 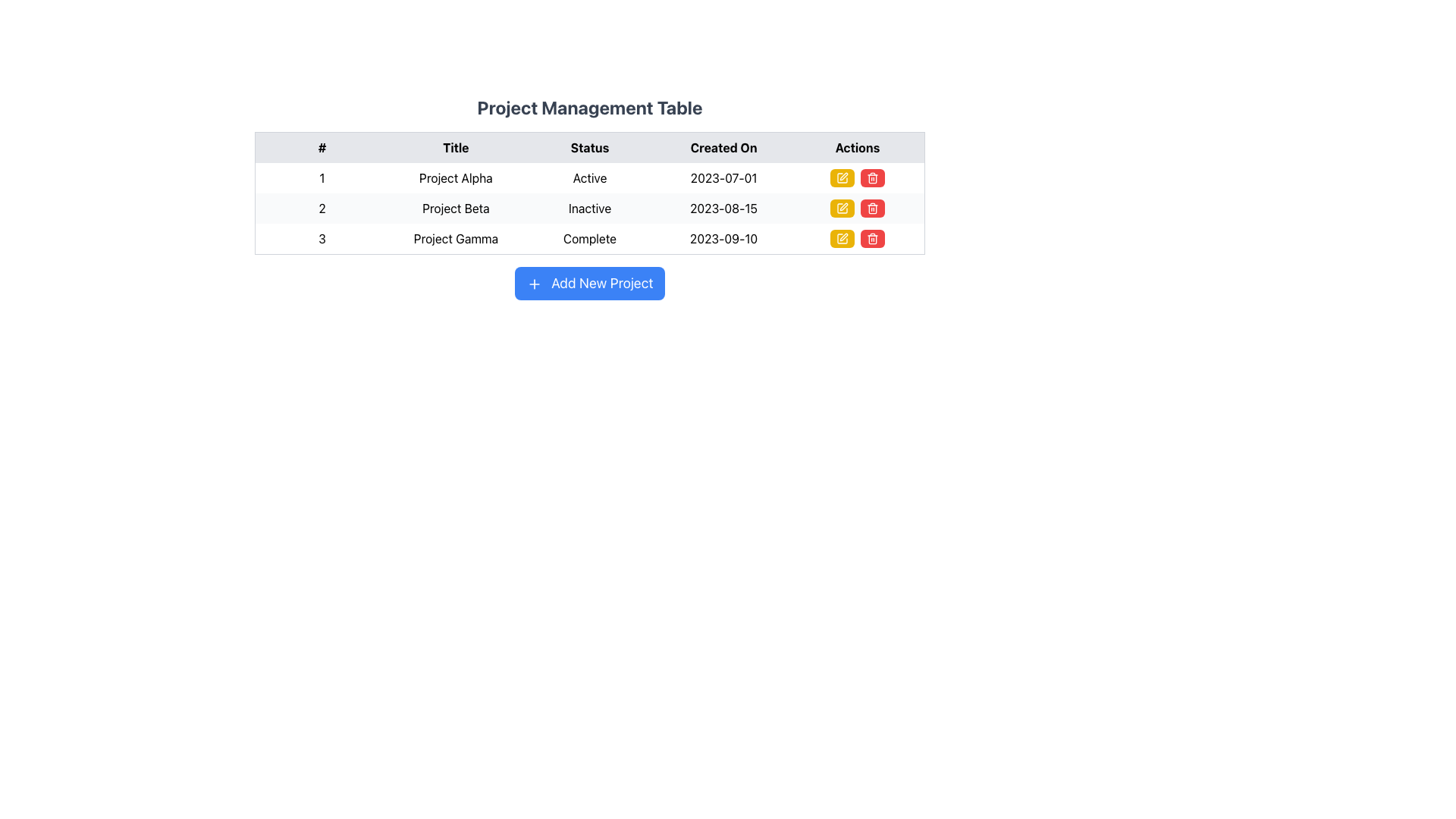 What do you see at coordinates (321, 147) in the screenshot?
I see `the table header cell containing the character '#' in the project management table, which is the first cell in the header row` at bounding box center [321, 147].